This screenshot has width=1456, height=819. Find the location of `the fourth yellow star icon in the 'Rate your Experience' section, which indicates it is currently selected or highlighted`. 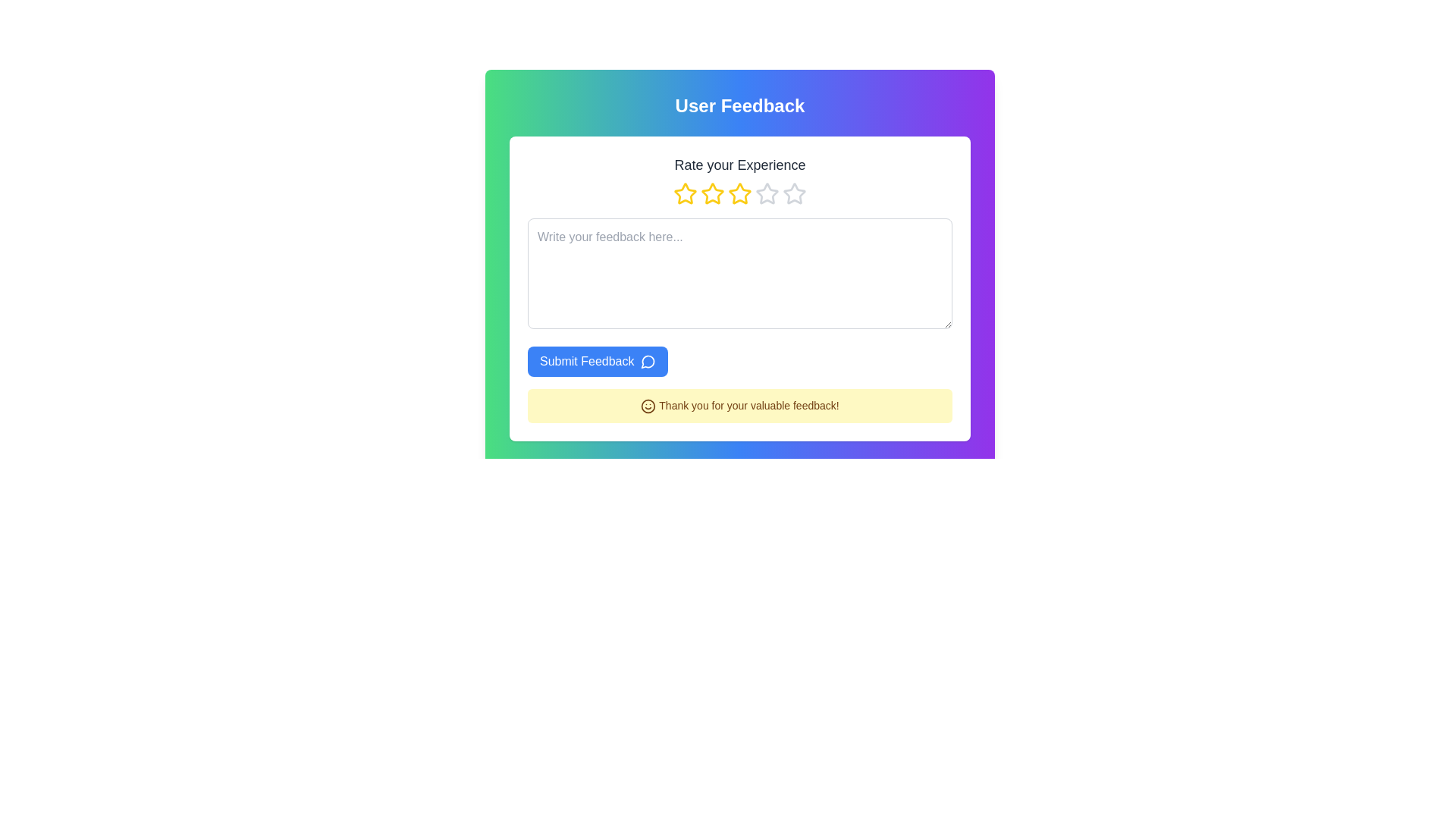

the fourth yellow star icon in the 'Rate your Experience' section, which indicates it is currently selected or highlighted is located at coordinates (739, 193).